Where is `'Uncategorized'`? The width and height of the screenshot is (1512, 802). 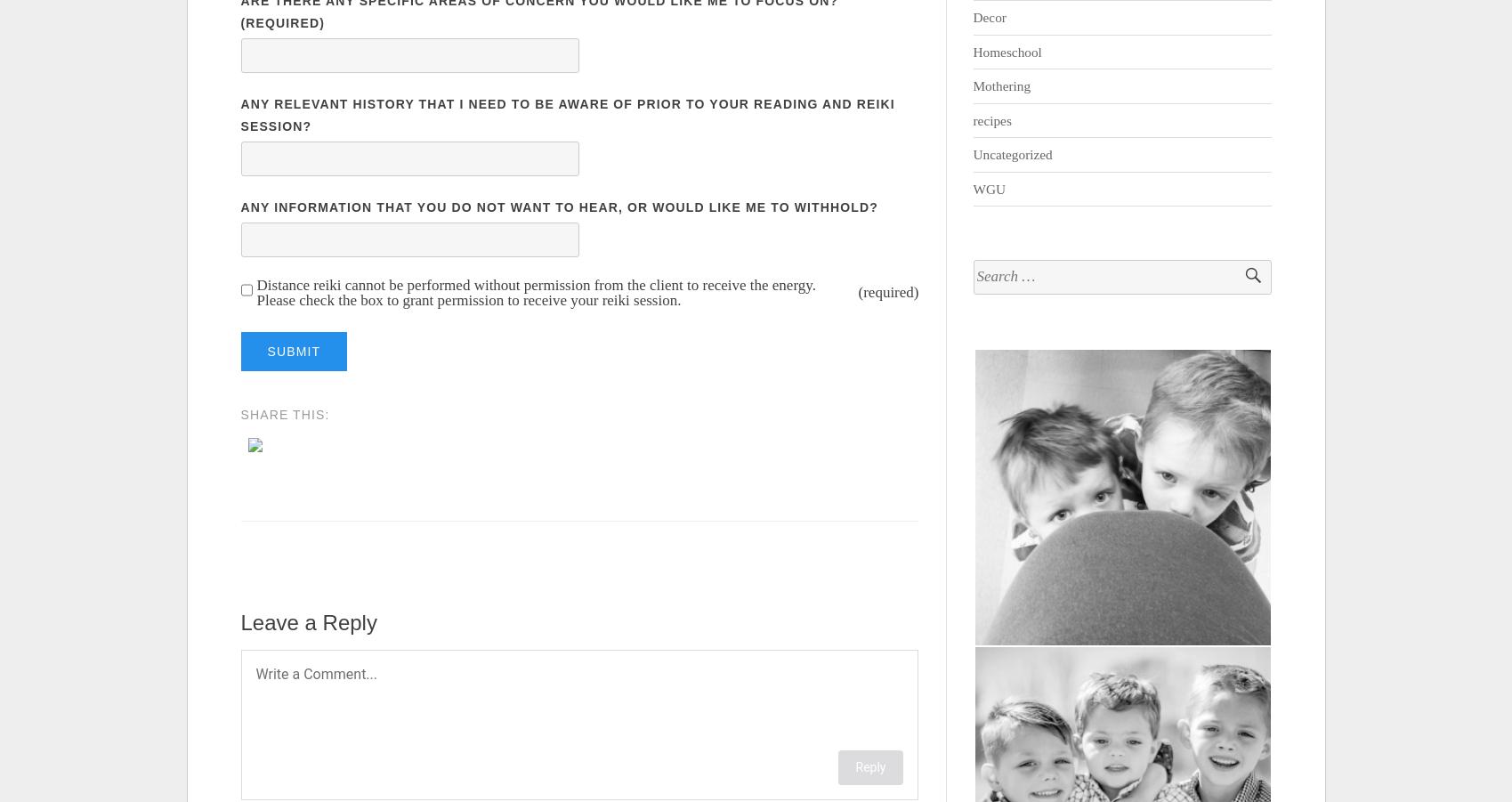 'Uncategorized' is located at coordinates (1012, 154).